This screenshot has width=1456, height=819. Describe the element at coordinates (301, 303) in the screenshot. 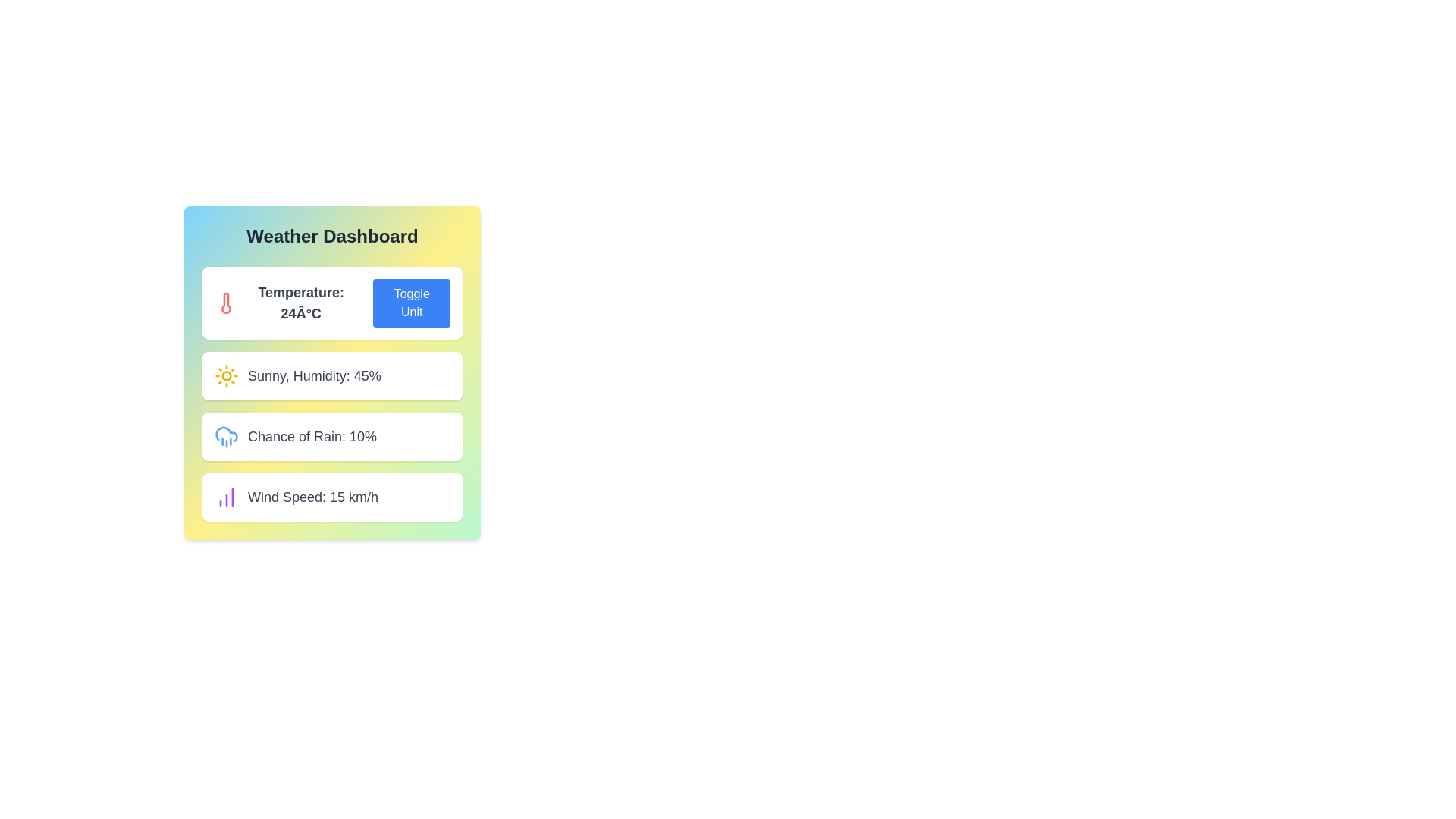

I see `the informational Text label displaying the temperature in Celsius, located between a red thermometer icon and a blue button labeled 'Toggle Unit' on the weather dashboard` at that location.